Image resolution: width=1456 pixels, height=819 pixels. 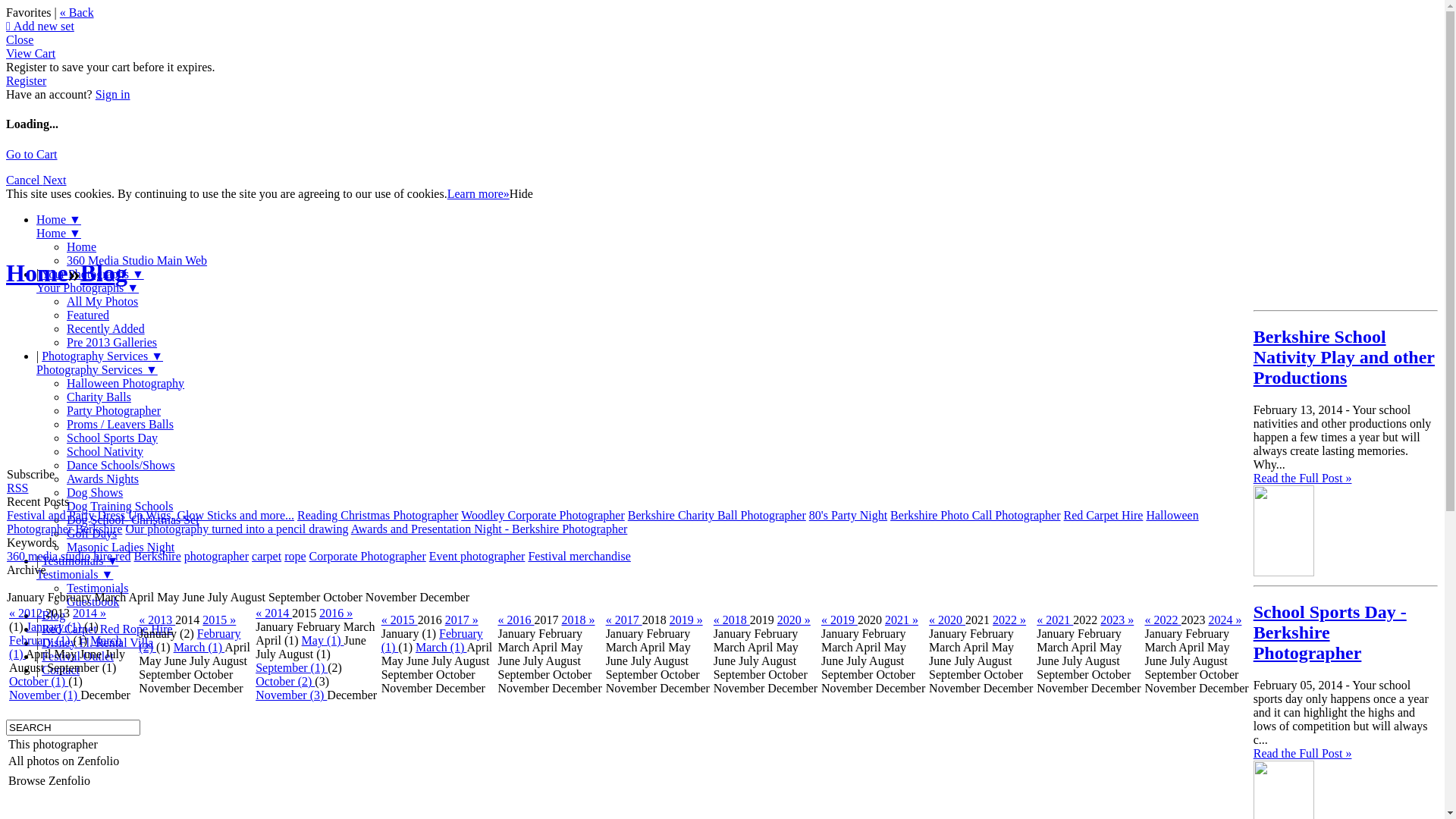 What do you see at coordinates (105, 328) in the screenshot?
I see `'Recently Added'` at bounding box center [105, 328].